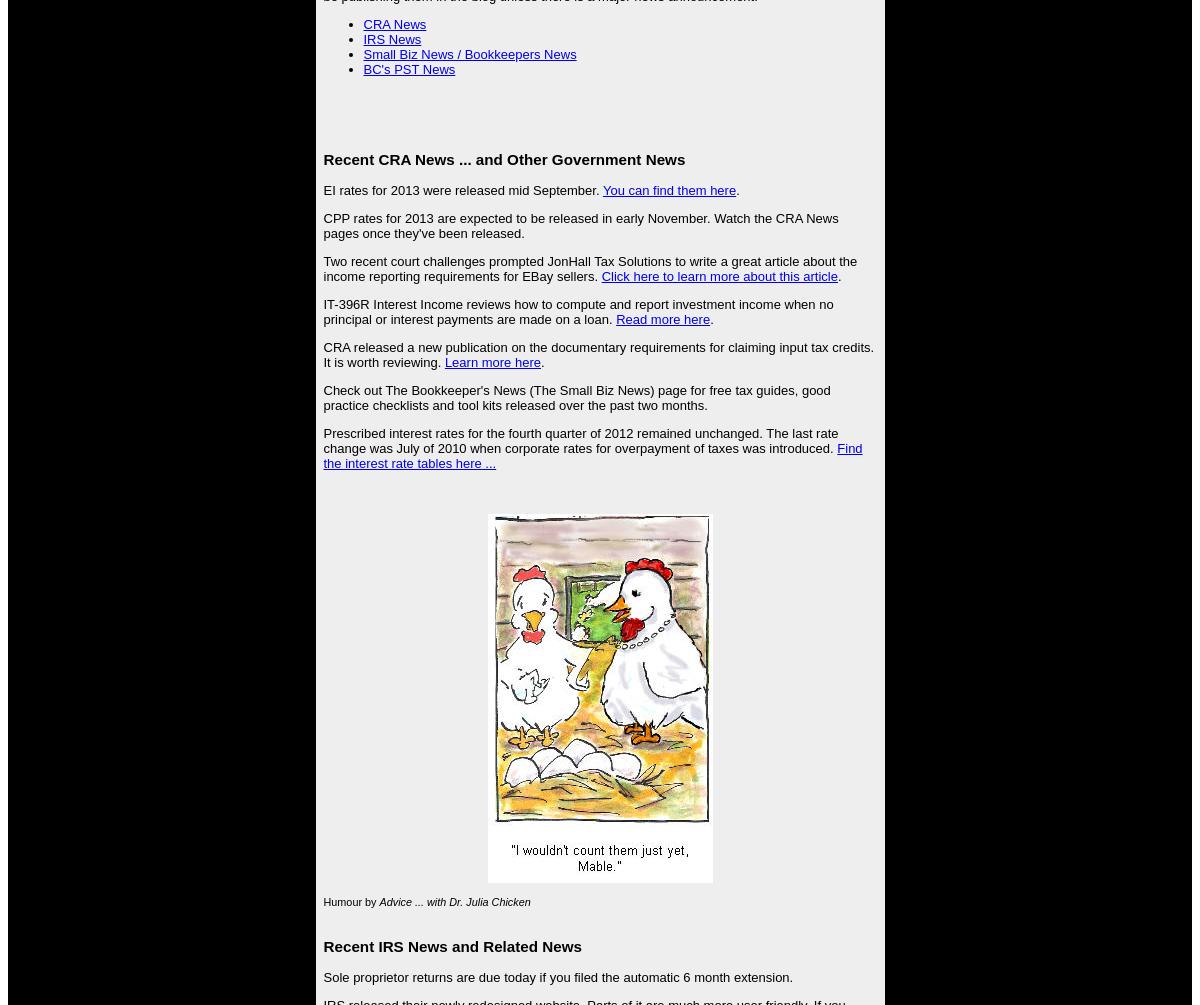 The height and width of the screenshot is (1005, 1200). What do you see at coordinates (669, 188) in the screenshot?
I see `'You can find them here'` at bounding box center [669, 188].